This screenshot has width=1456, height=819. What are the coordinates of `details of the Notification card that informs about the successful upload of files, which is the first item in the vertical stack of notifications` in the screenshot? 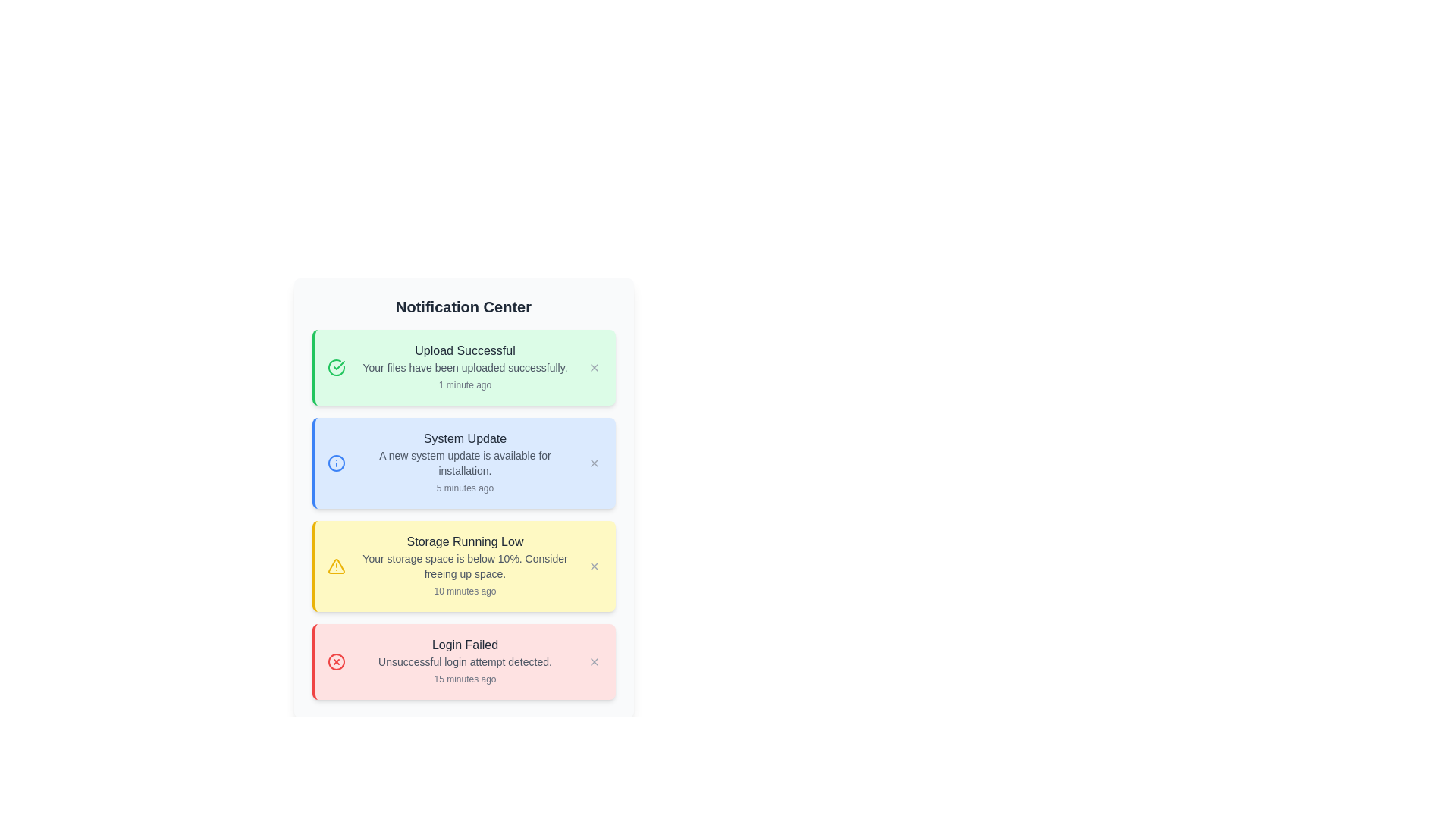 It's located at (463, 368).